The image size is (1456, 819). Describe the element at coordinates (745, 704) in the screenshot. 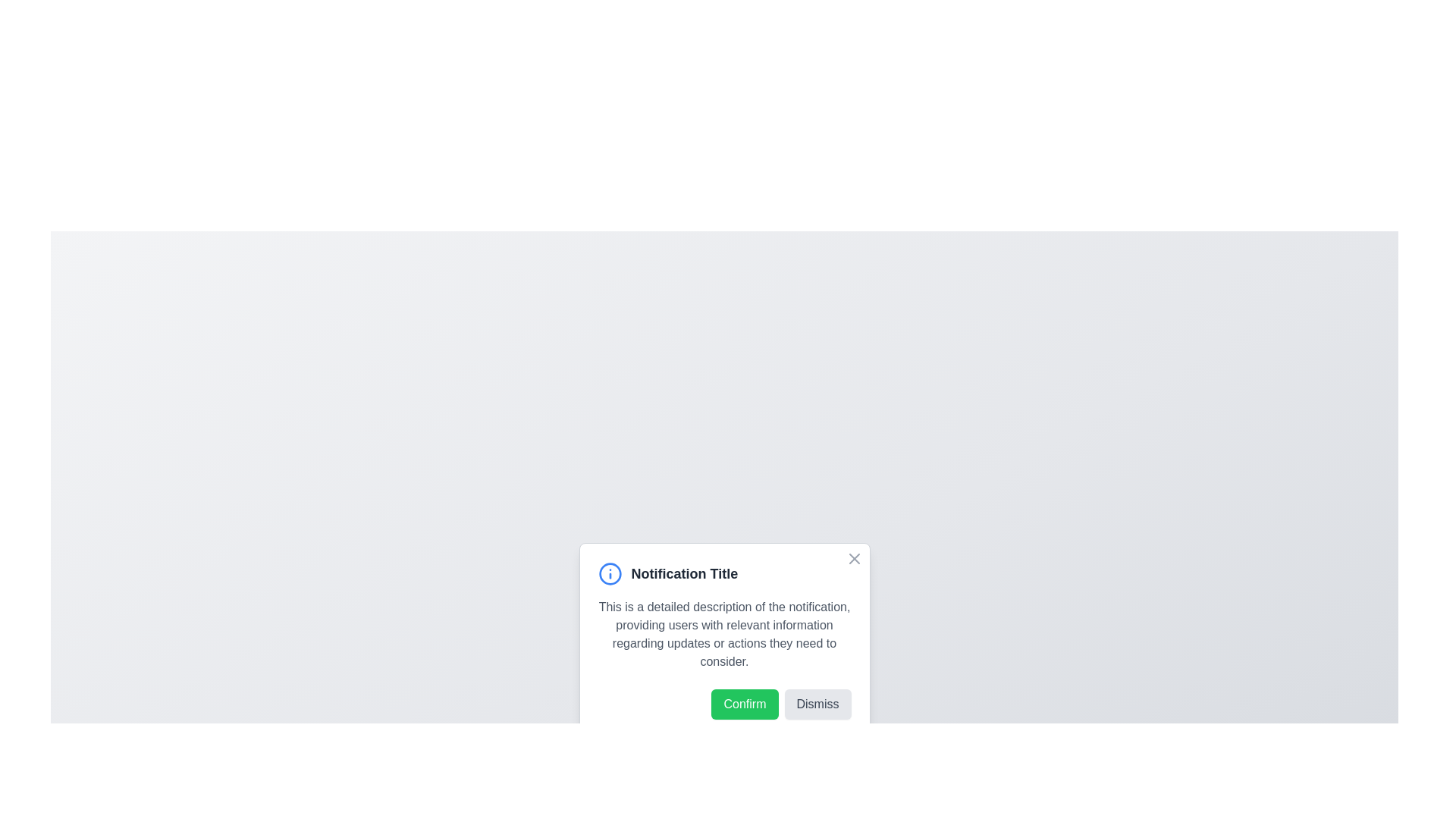

I see `the Confirm button to acknowledge the notification` at that location.